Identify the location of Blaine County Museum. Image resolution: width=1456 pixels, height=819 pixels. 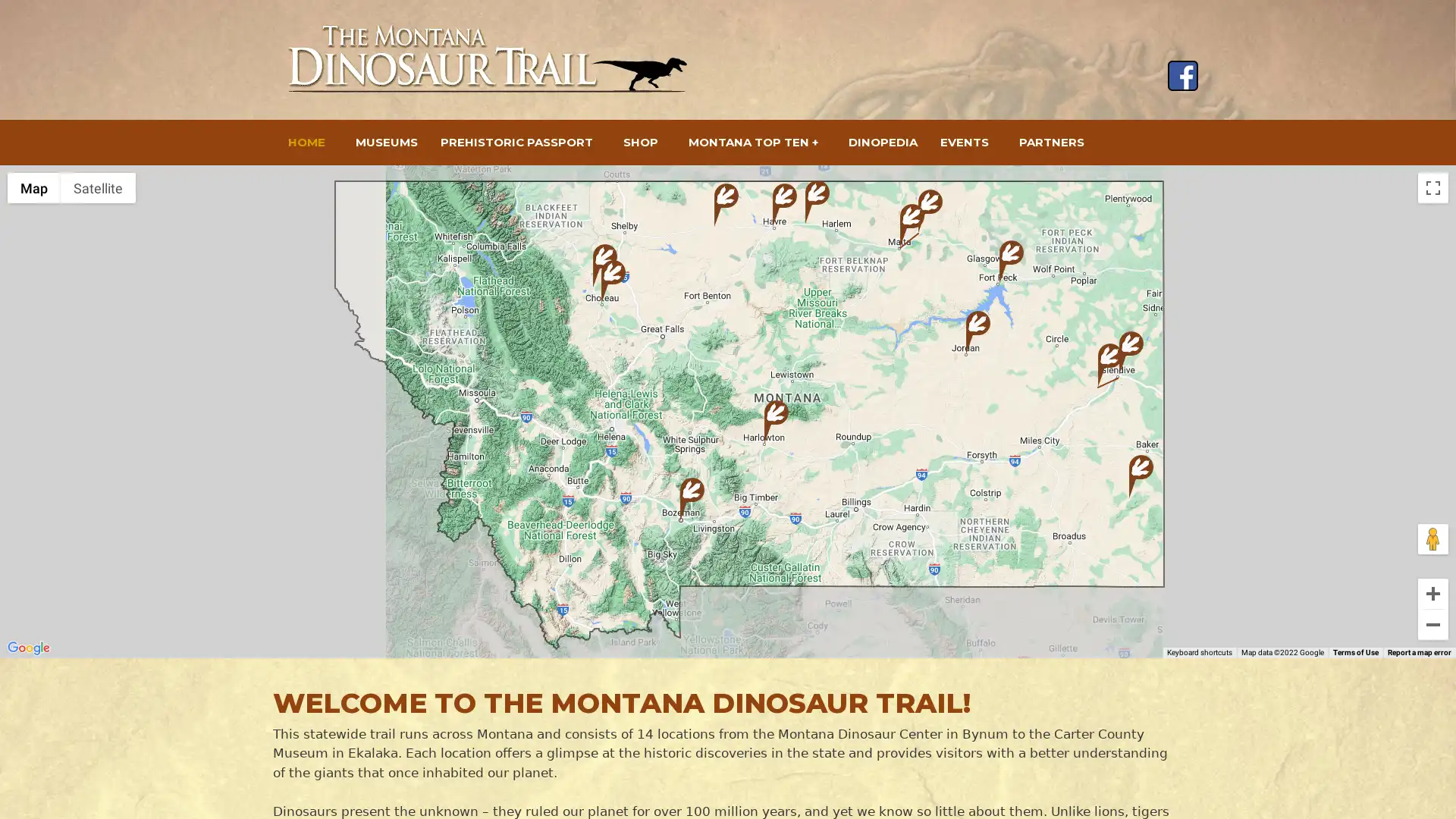
(817, 201).